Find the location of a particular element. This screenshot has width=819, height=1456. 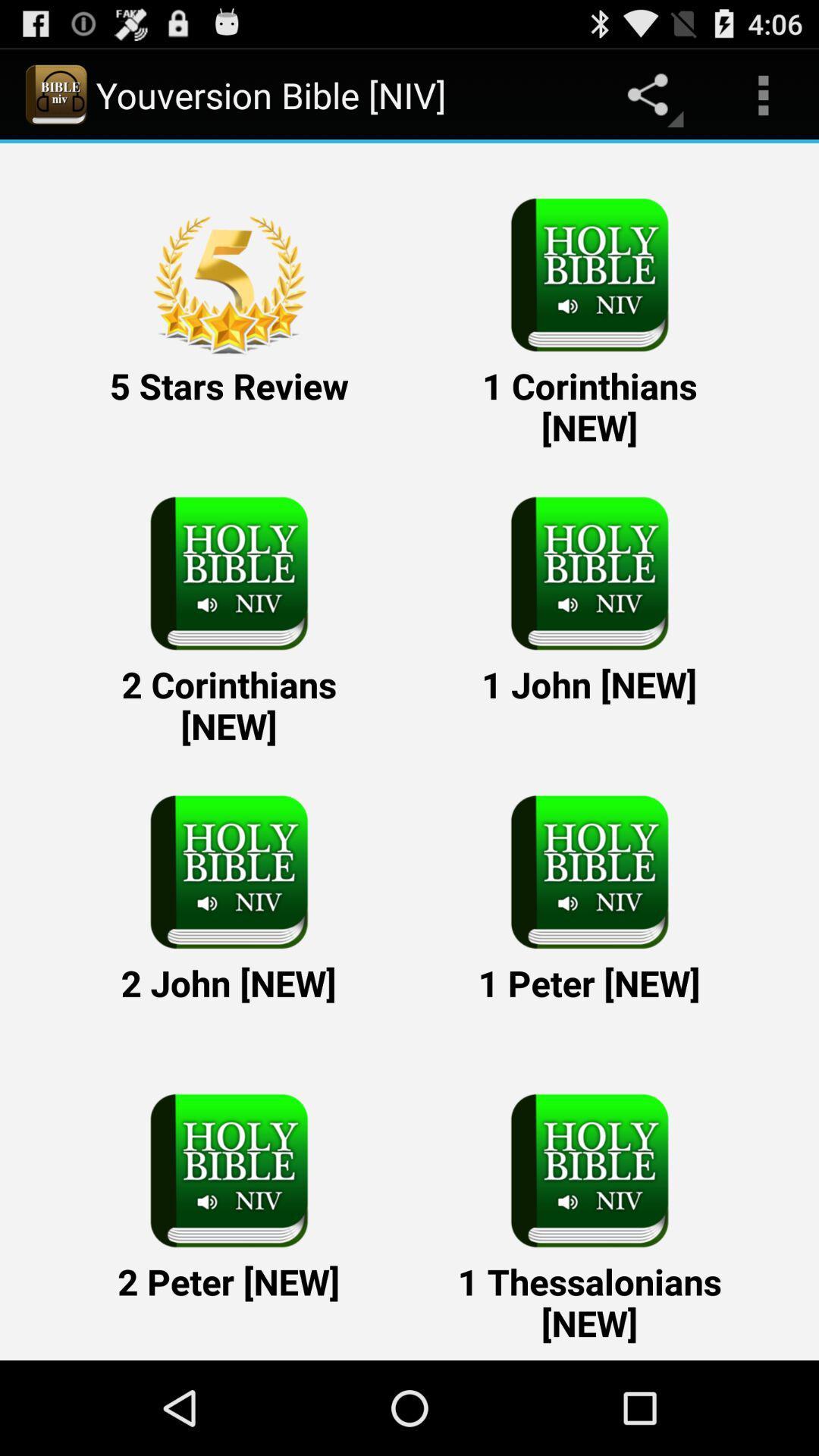

the icon above the 1 corinthians [new] app is located at coordinates (763, 94).